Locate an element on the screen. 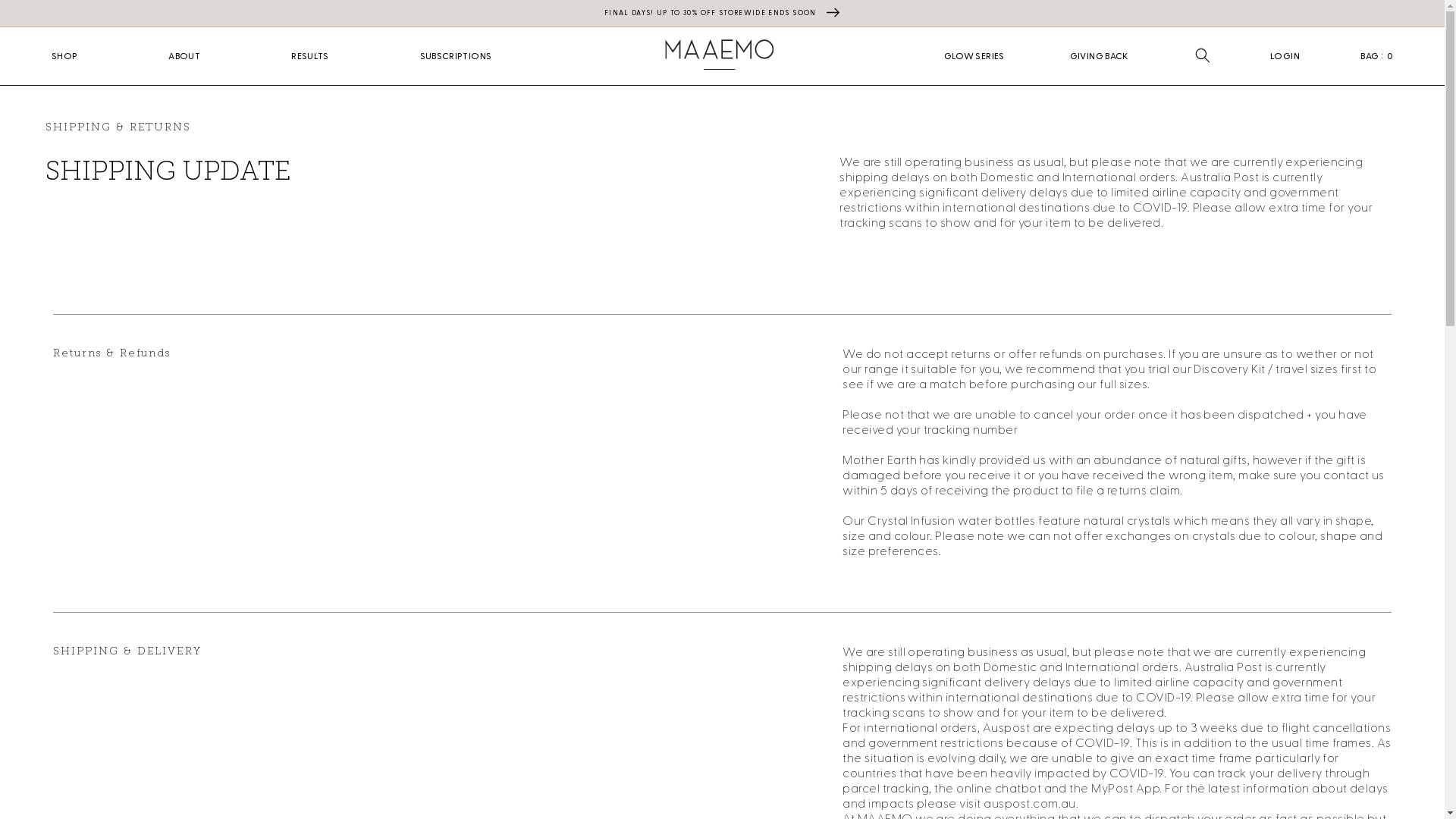  'FINAL DAYS! UP TO 30% OFF STOREWIDE ENDS SOON' is located at coordinates (721, 13).